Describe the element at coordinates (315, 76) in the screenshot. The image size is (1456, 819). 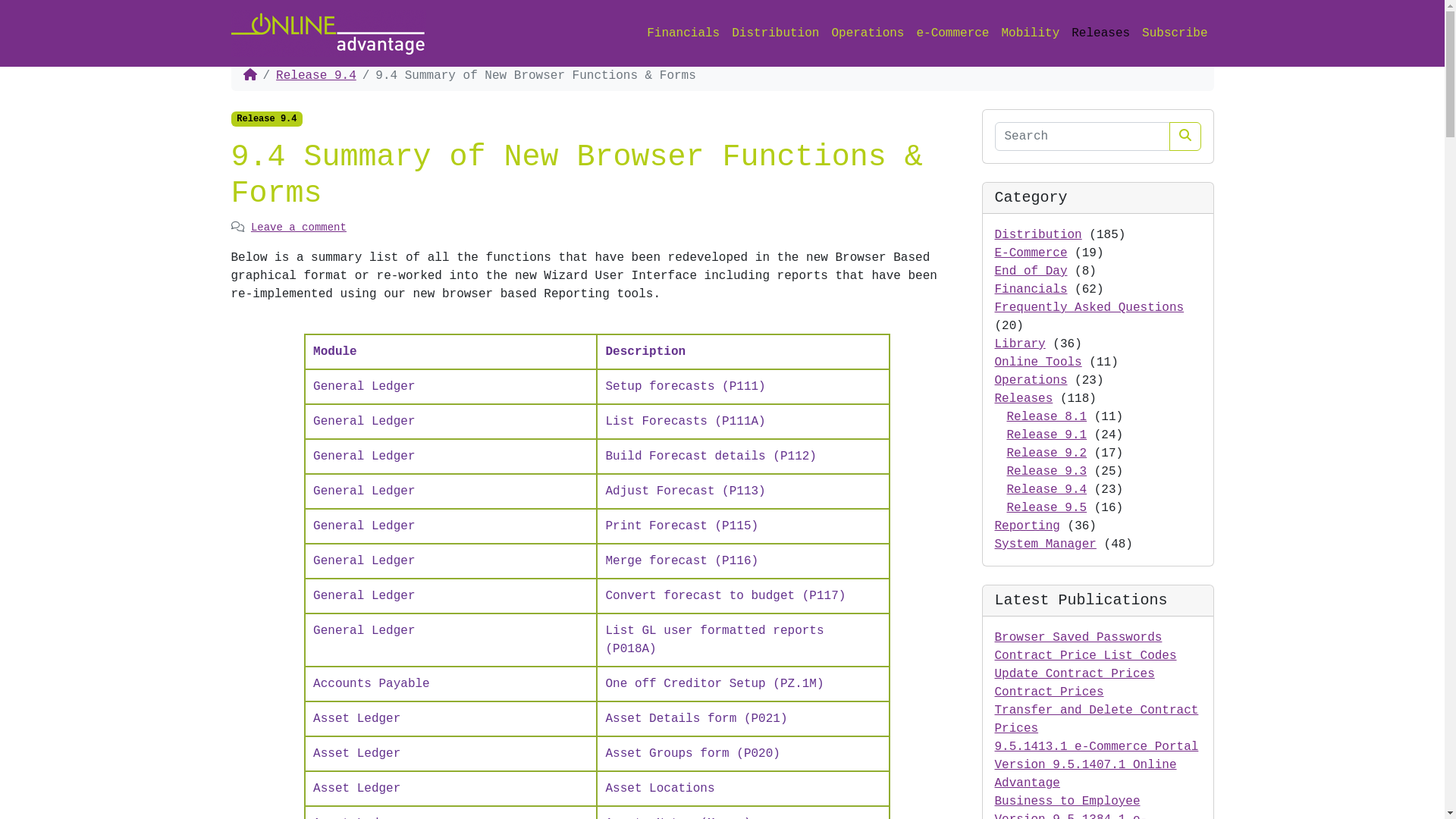
I see `'Release 9.4'` at that location.